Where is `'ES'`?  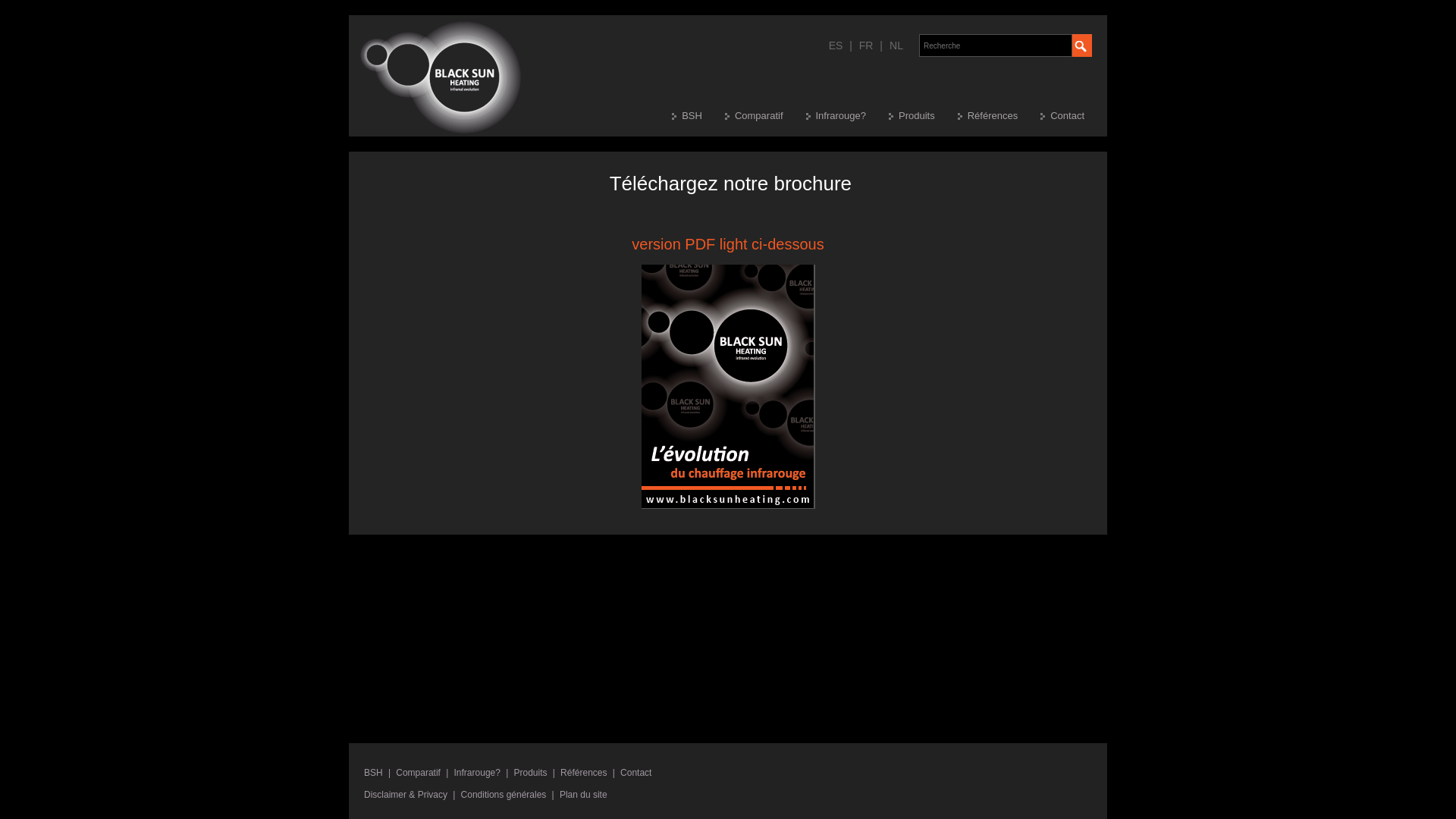
'ES' is located at coordinates (827, 45).